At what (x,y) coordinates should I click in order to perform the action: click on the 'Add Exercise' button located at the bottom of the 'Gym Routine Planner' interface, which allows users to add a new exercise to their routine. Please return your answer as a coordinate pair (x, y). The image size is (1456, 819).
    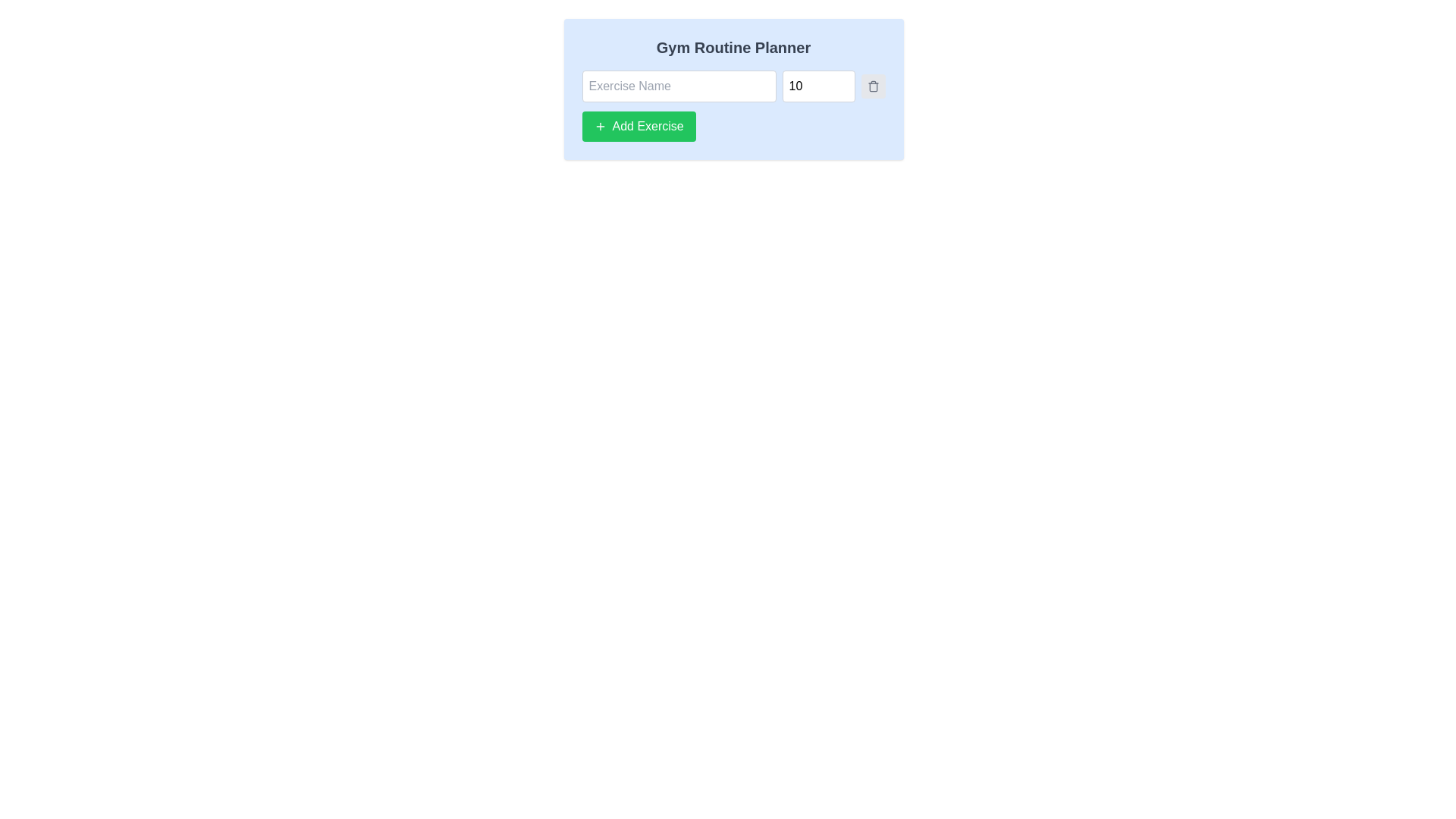
    Looking at the image, I should click on (639, 125).